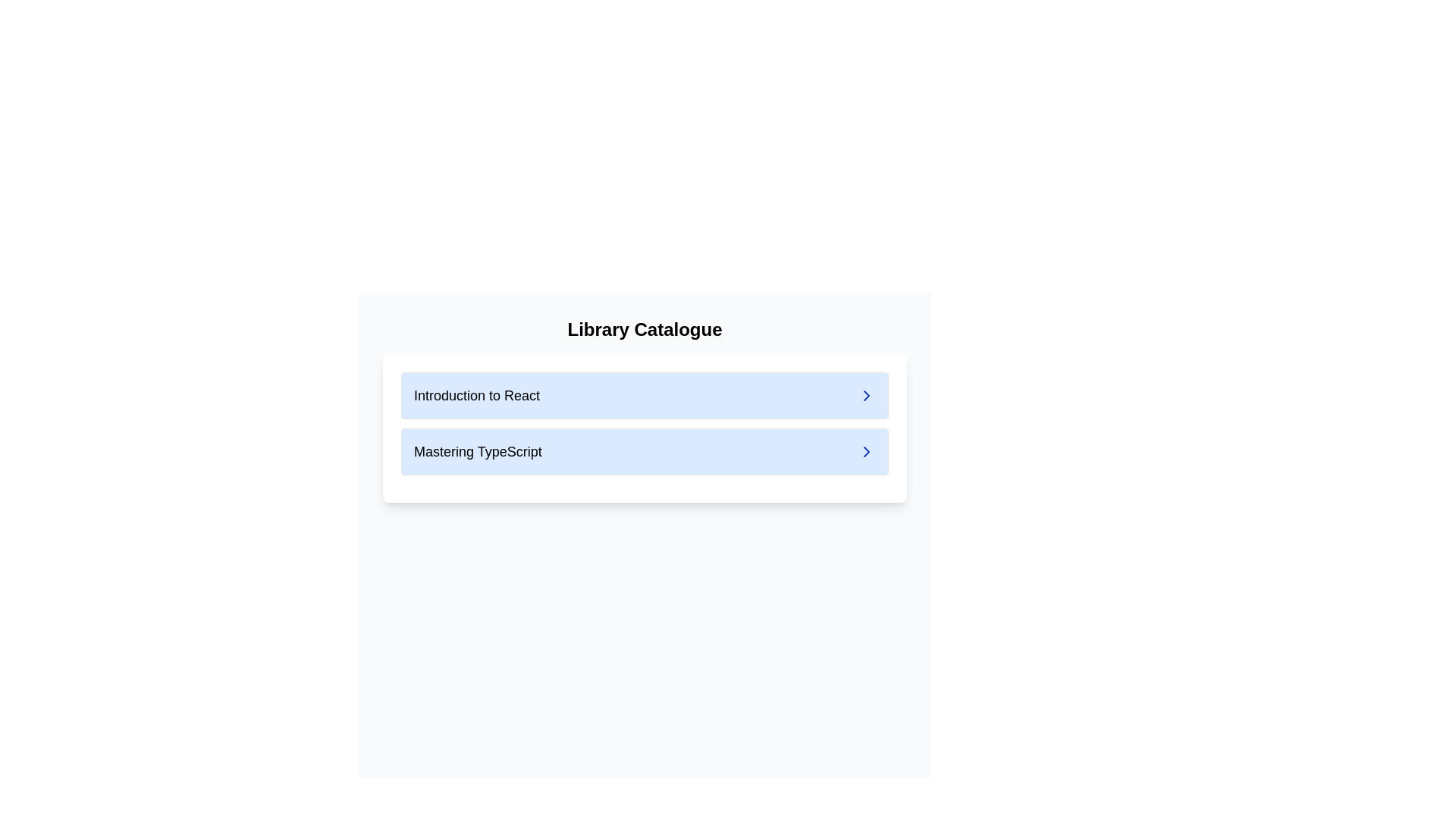  What do you see at coordinates (645, 329) in the screenshot?
I see `centered, bold text titled 'Library Catalogue' that is positioned above the list of items` at bounding box center [645, 329].